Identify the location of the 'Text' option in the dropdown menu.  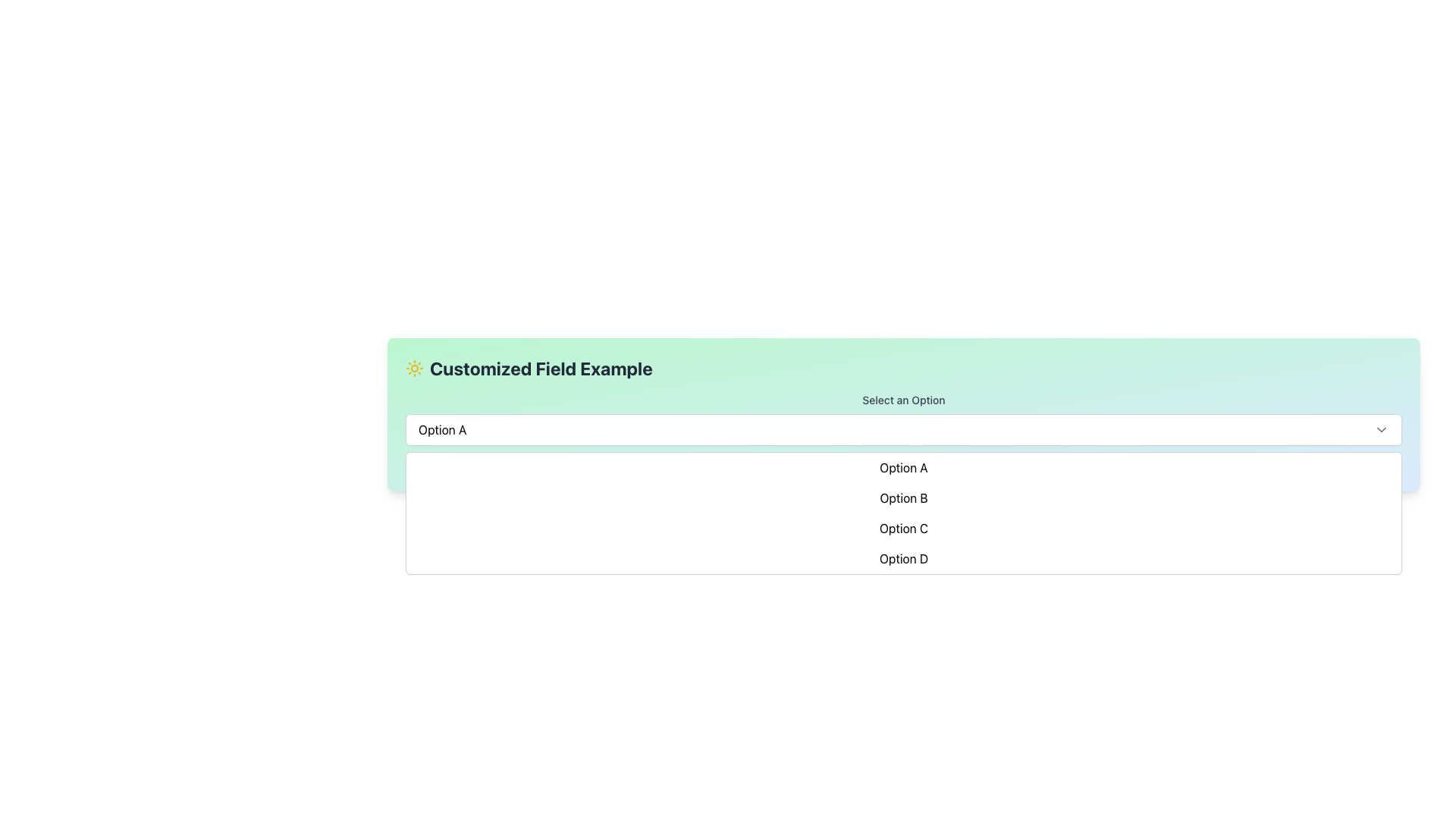
(903, 467).